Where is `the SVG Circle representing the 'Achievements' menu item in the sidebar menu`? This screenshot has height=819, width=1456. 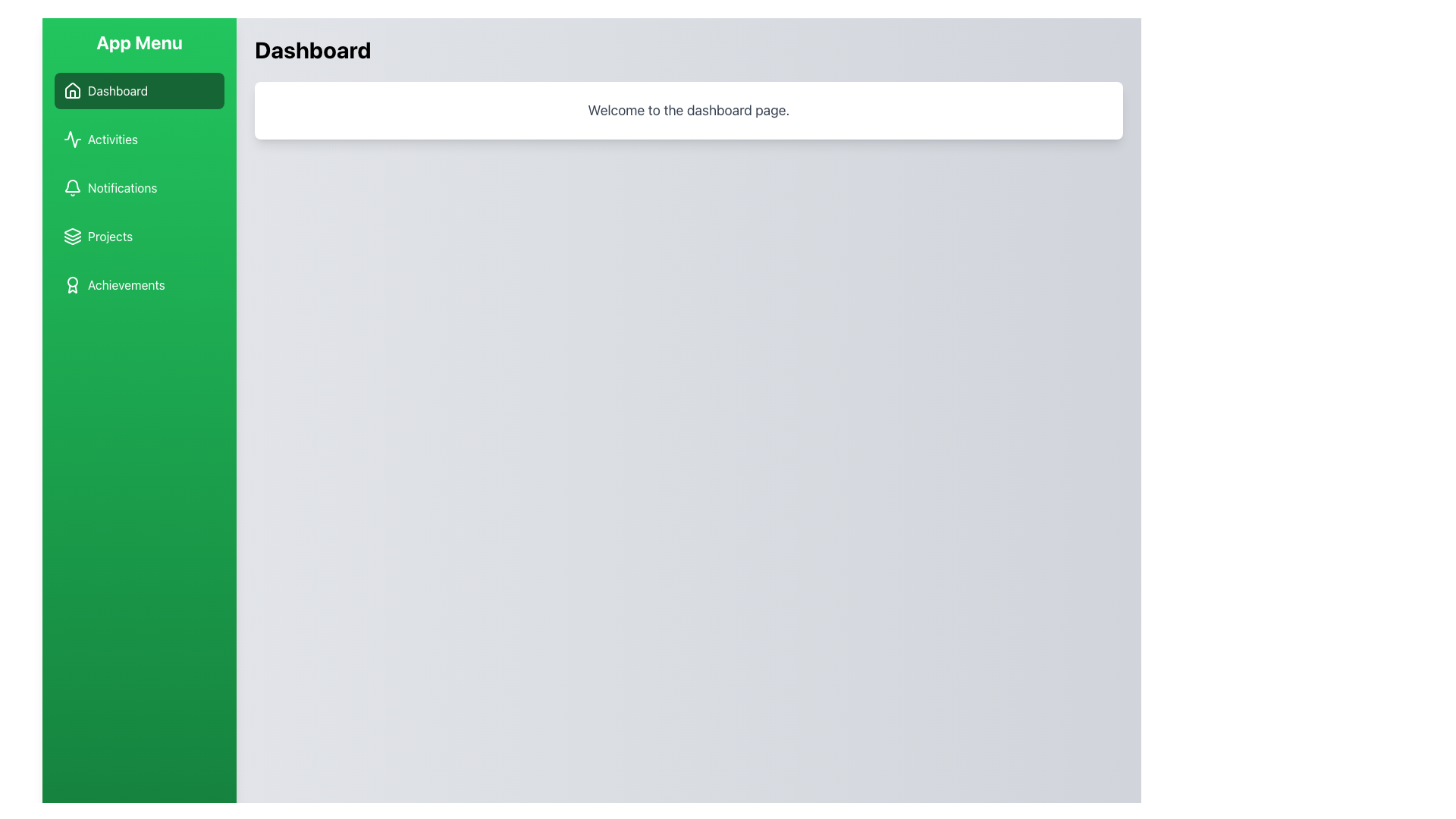 the SVG Circle representing the 'Achievements' menu item in the sidebar menu is located at coordinates (72, 281).